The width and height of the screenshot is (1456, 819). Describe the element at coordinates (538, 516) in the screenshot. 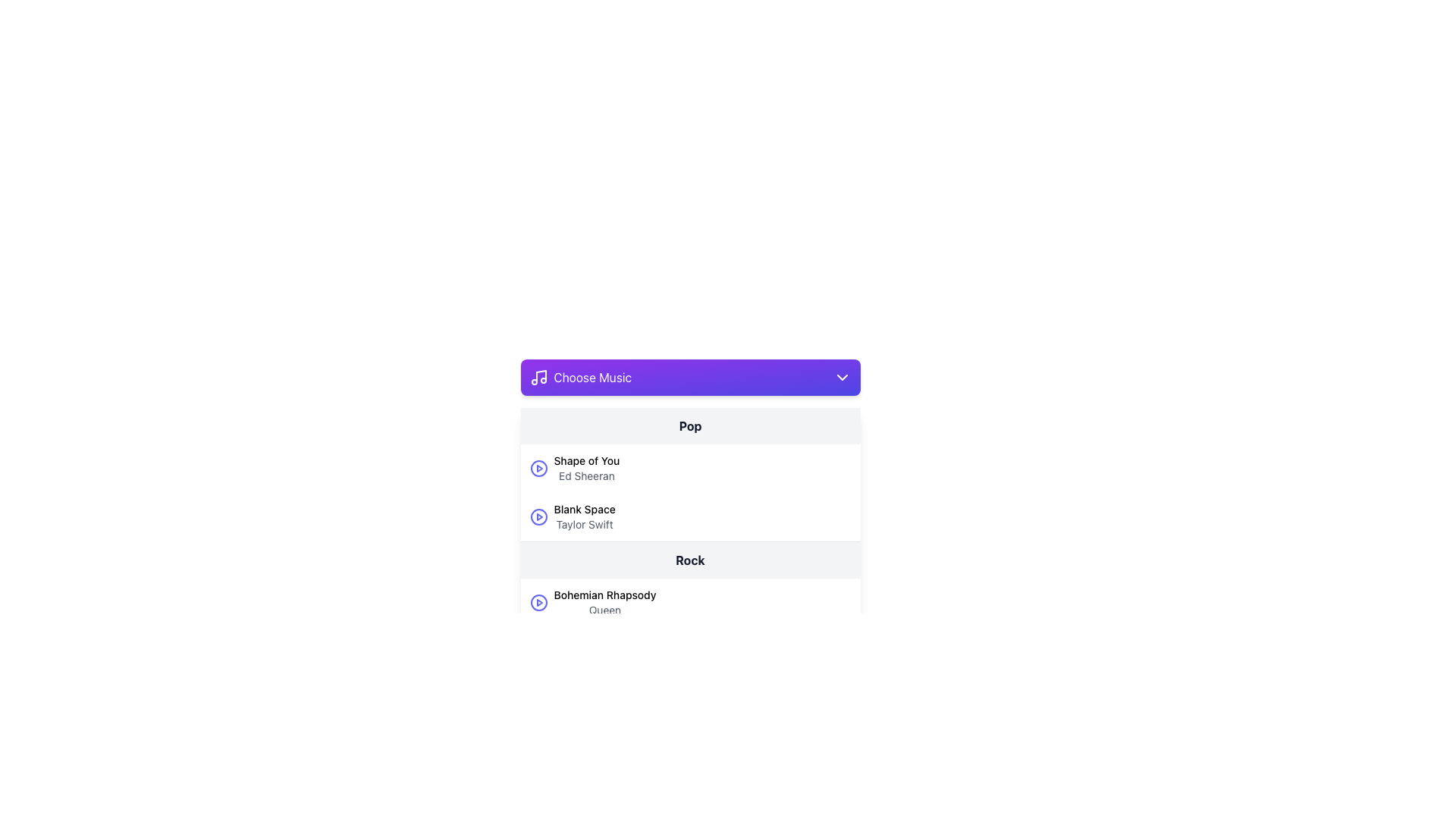

I see `the play button for the song 'Blank Space Taylor Swift' to indicate interactivity` at that location.